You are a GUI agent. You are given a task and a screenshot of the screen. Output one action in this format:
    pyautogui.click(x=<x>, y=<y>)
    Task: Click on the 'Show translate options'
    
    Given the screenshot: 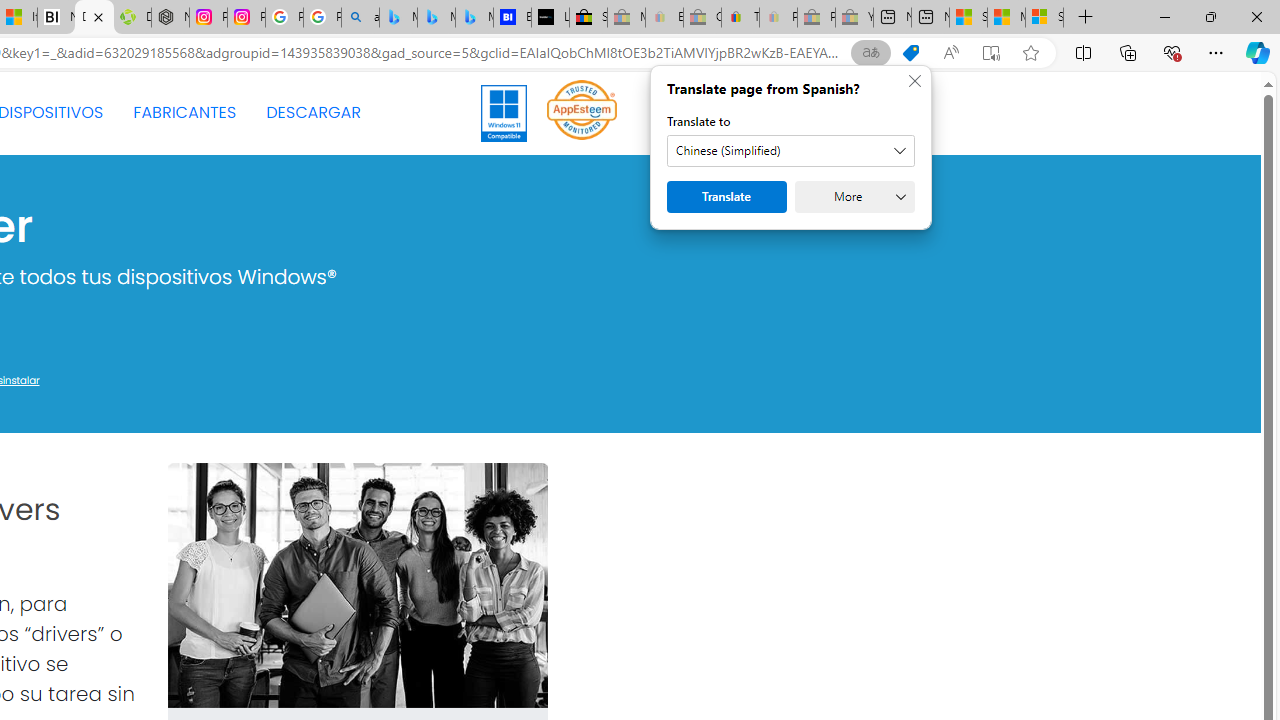 What is the action you would take?
    pyautogui.click(x=871, y=52)
    